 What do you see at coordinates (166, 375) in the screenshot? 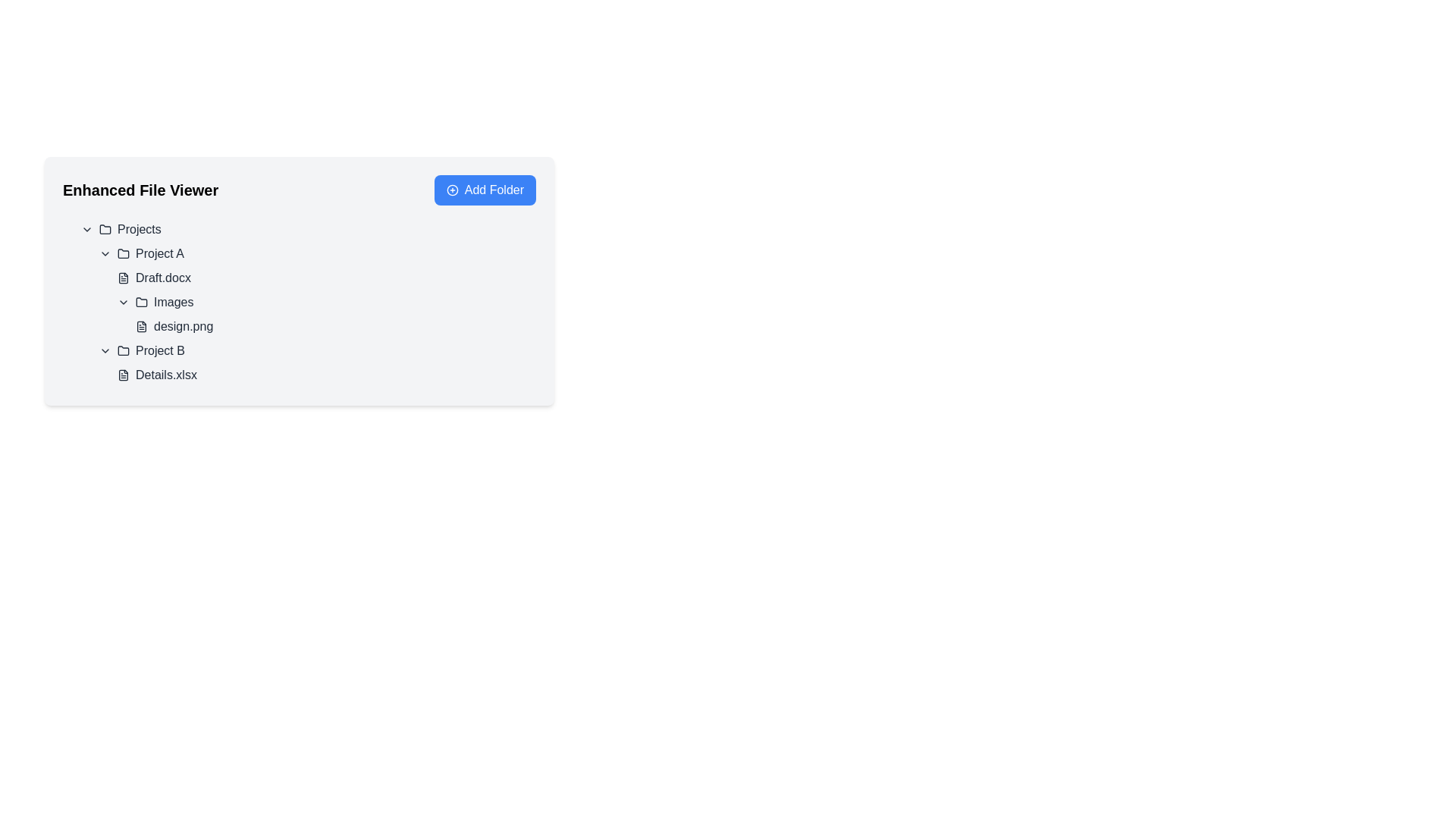
I see `the text label representing the file named 'Details.xlsx' located under the folder 'Project B'` at bounding box center [166, 375].